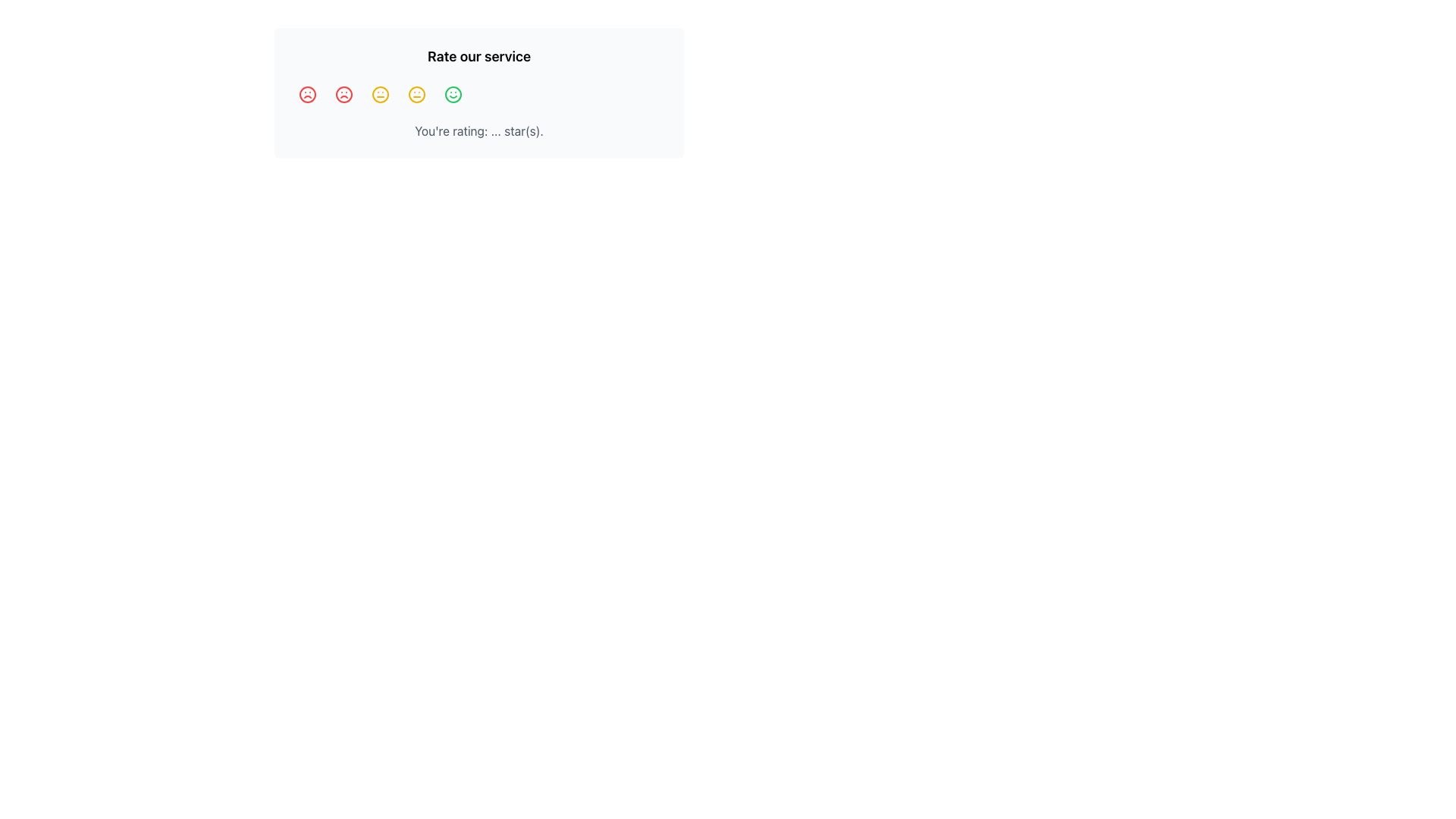 This screenshot has height=819, width=1456. I want to click on the yellow circular icon with a thin stroke, which is the base circle of the third emoji-like symbol in a horizontal set of five icons, located below the heading 'Rate our service', so click(417, 94).